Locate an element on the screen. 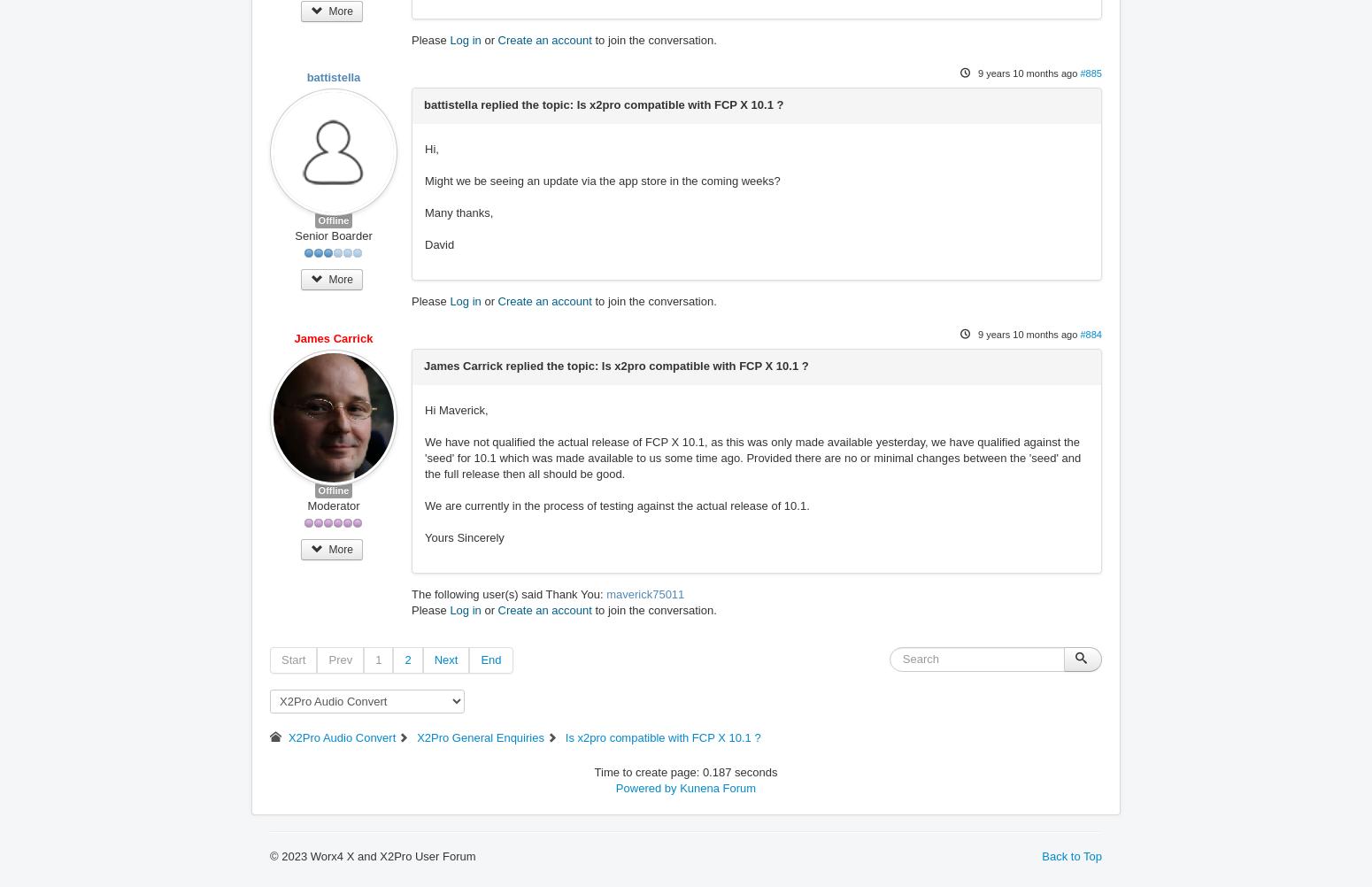 The image size is (1372, 887). 'We are currently in the process of testing against the actual release of 10.1.' is located at coordinates (616, 505).